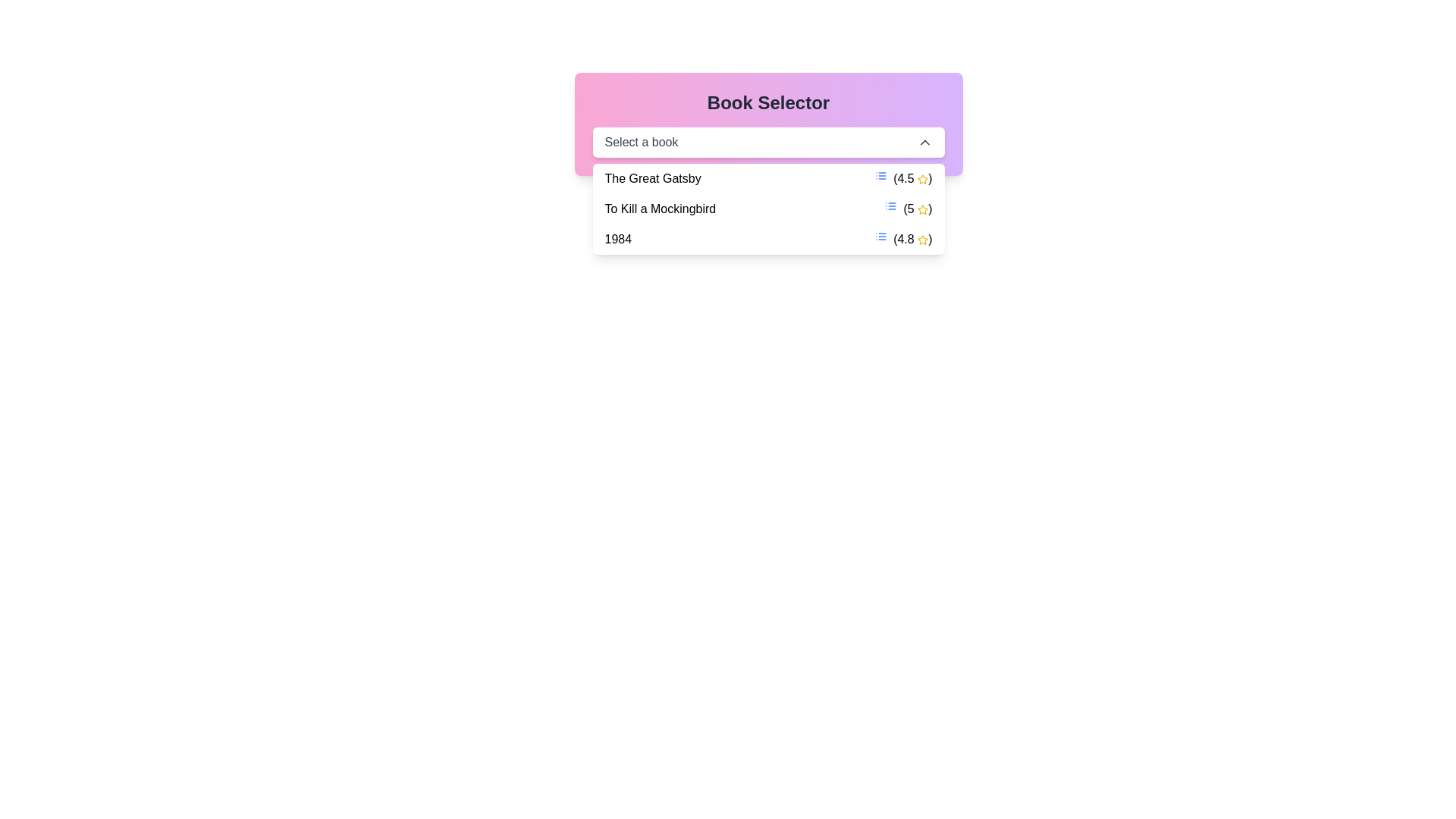 Image resolution: width=1456 pixels, height=819 pixels. What do you see at coordinates (653, 177) in the screenshot?
I see `the text label that represents the title of a book in the dropdown menu for book selection, located on the left side of the list item` at bounding box center [653, 177].